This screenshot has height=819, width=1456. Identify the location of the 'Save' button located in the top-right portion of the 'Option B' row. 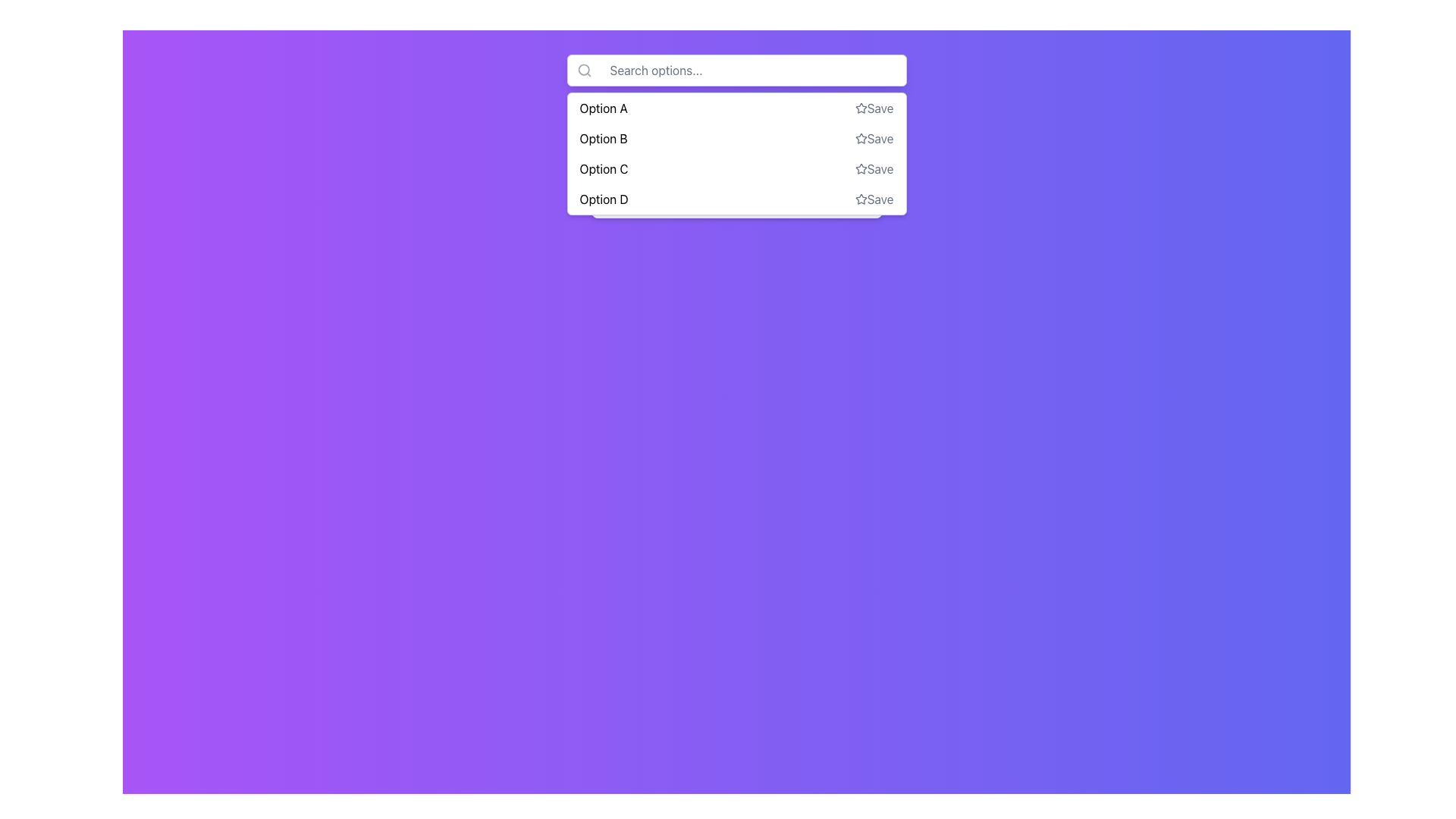
(874, 138).